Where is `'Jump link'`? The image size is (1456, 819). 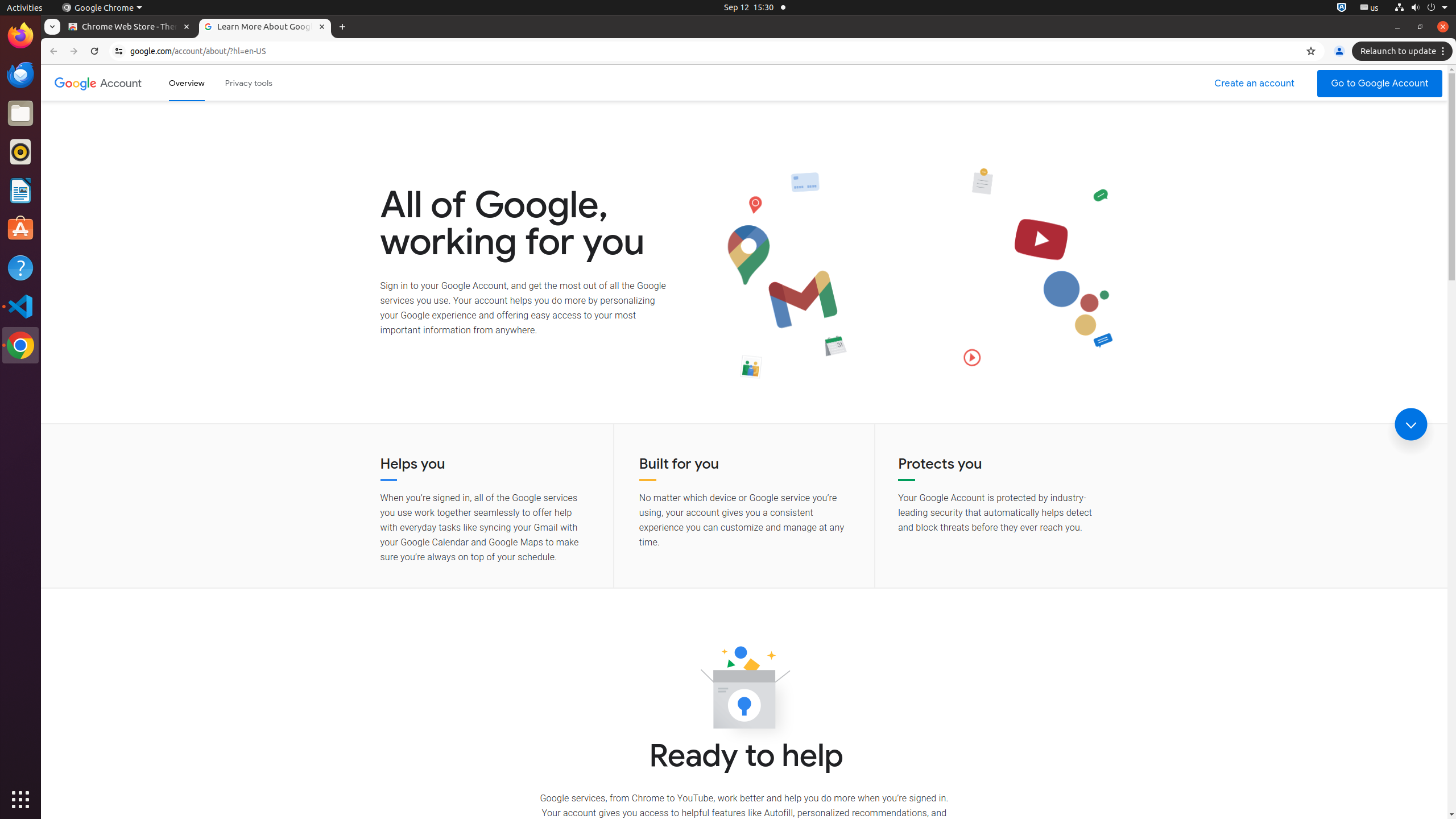 'Jump link' is located at coordinates (1410, 424).